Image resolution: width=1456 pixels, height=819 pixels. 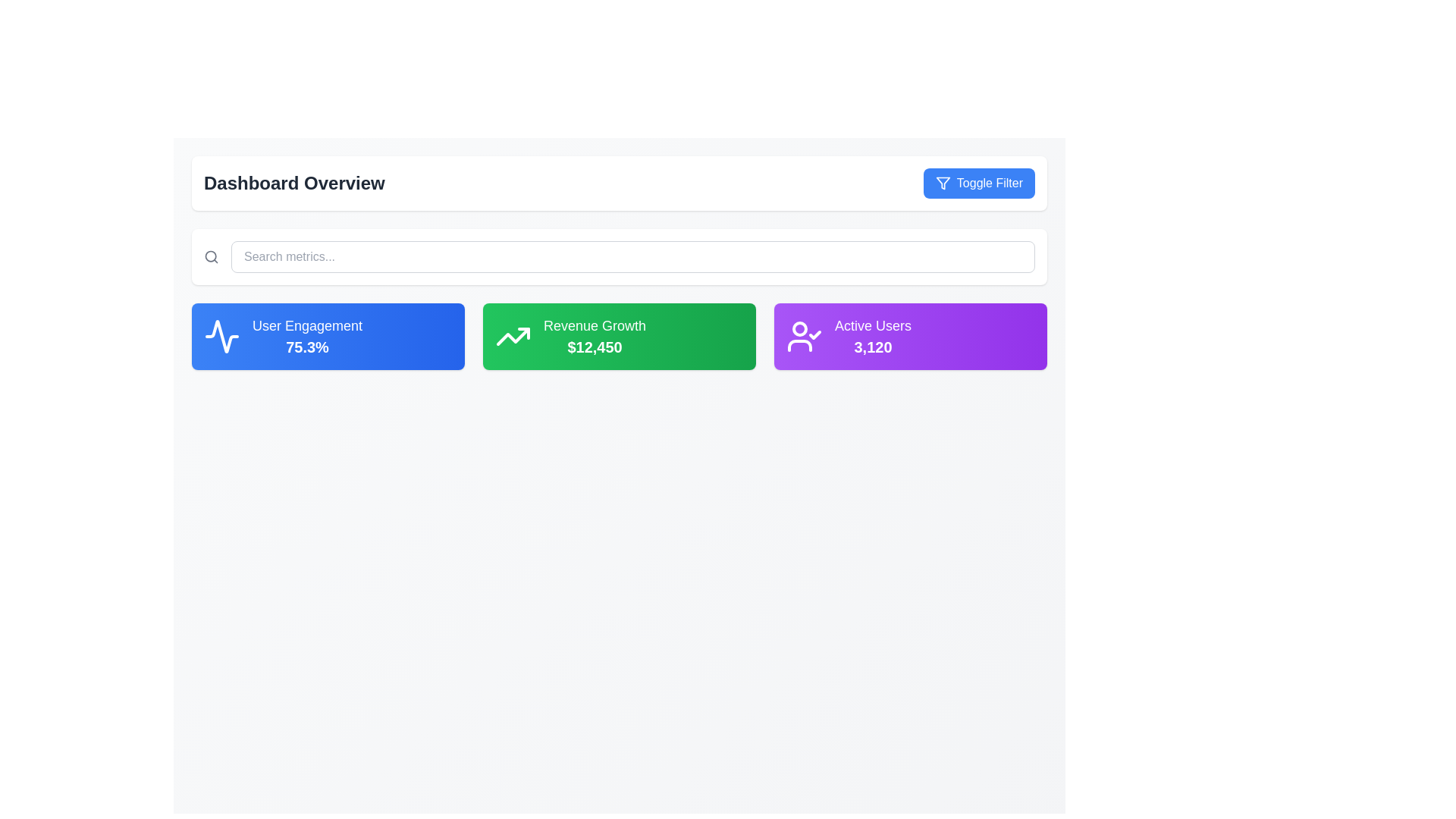 I want to click on displayed statistics from the Information card, which is the rightmost card in a row of three cards on the dashboard, so click(x=910, y=335).